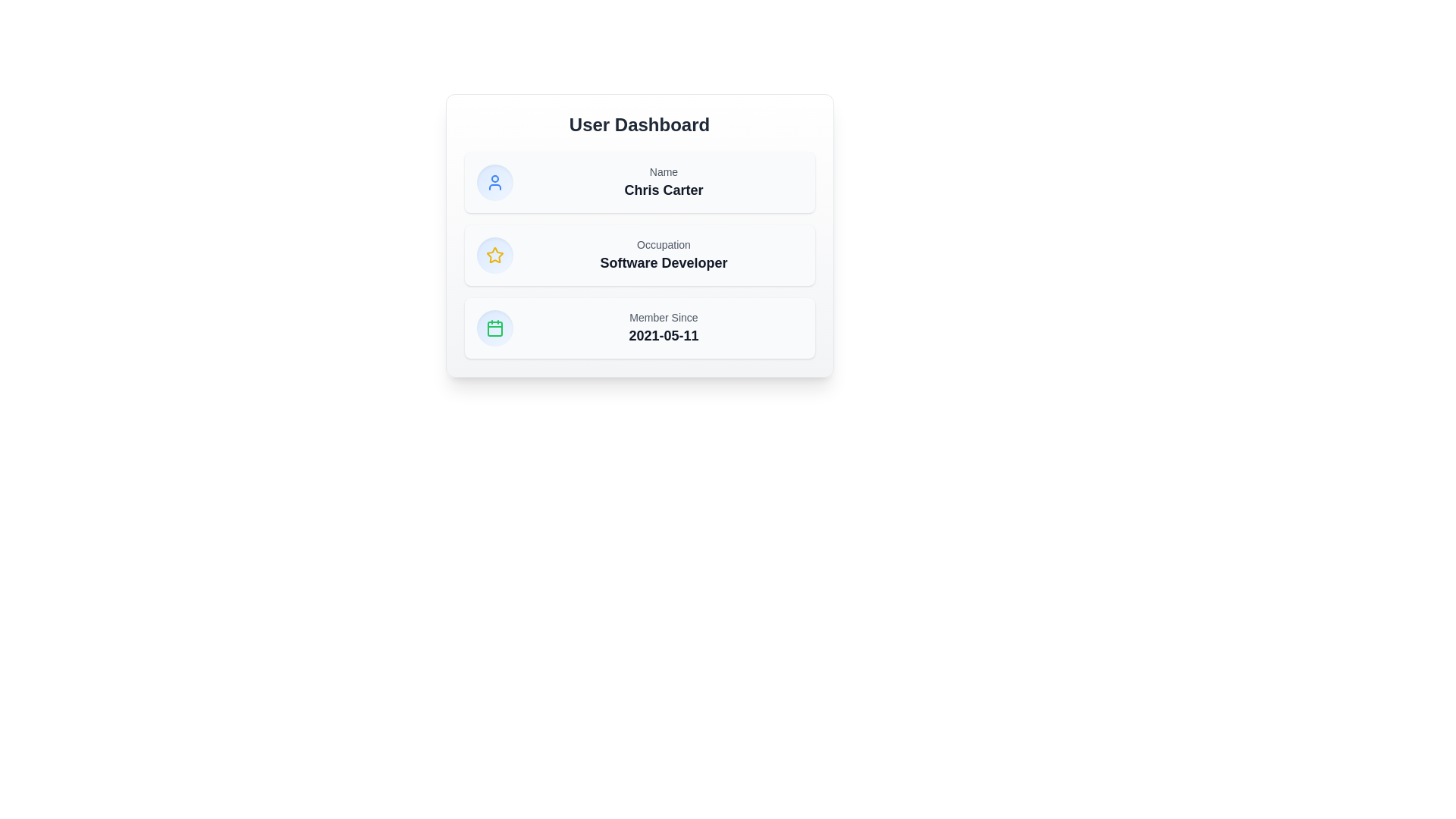  Describe the element at coordinates (494, 254) in the screenshot. I see `the star-shaped yellow icon located in the 'Occupation' section of the dashboard, associated with 'Software Developer.'` at that location.